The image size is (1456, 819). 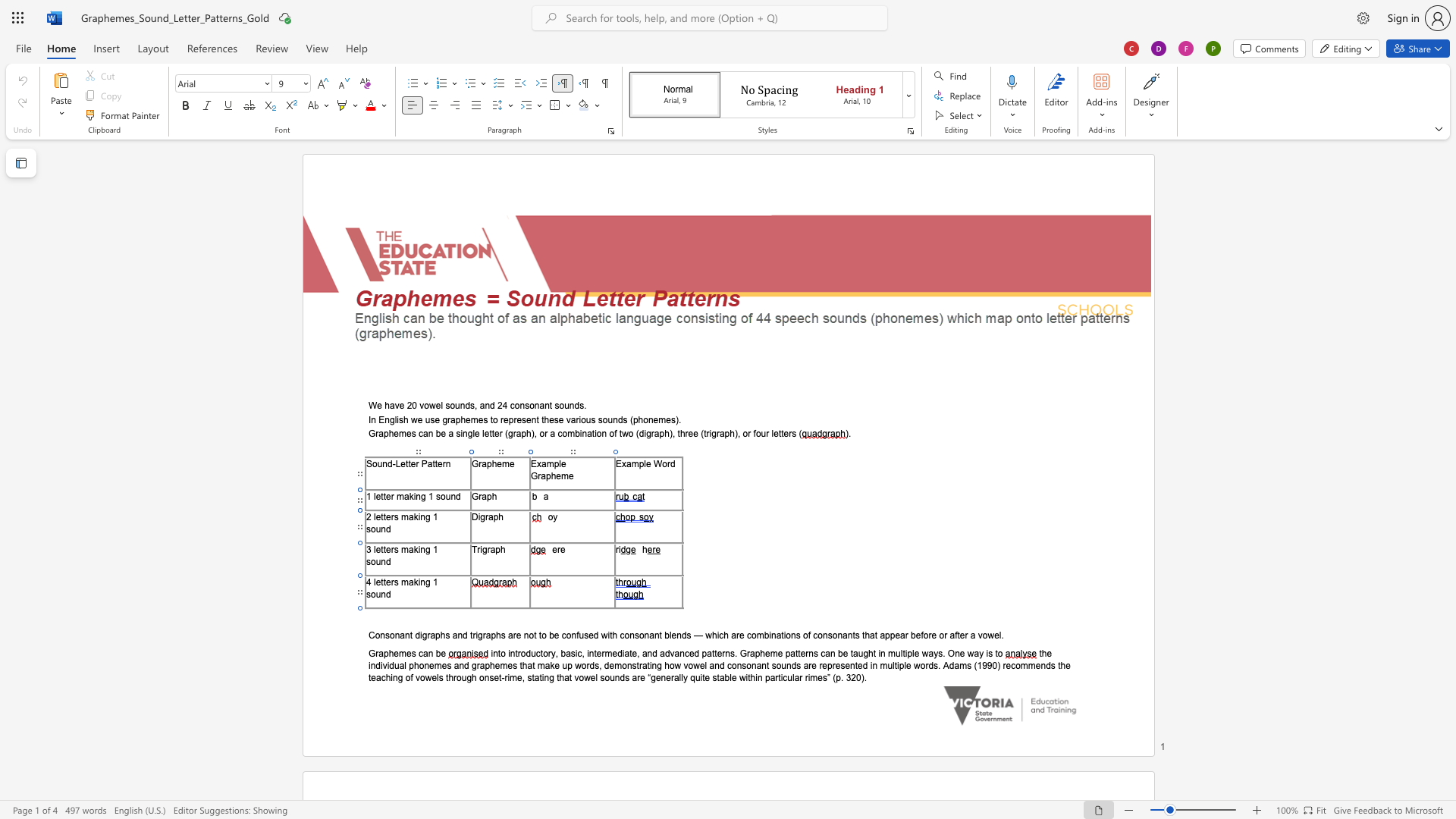 What do you see at coordinates (996, 652) in the screenshot?
I see `the 13th character "t" in the text` at bounding box center [996, 652].